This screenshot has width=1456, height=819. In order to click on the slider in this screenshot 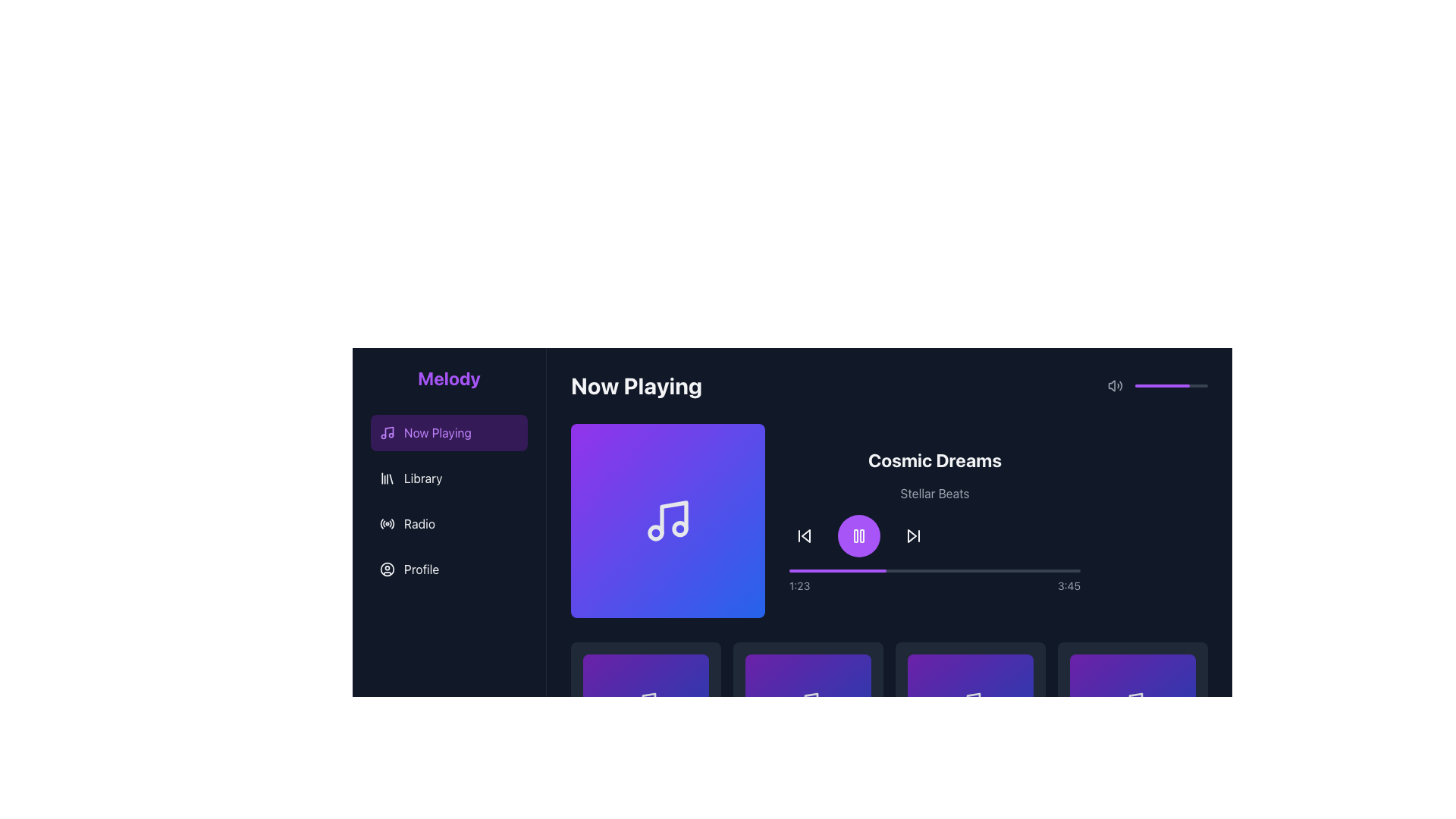, I will do `click(1147, 385)`.